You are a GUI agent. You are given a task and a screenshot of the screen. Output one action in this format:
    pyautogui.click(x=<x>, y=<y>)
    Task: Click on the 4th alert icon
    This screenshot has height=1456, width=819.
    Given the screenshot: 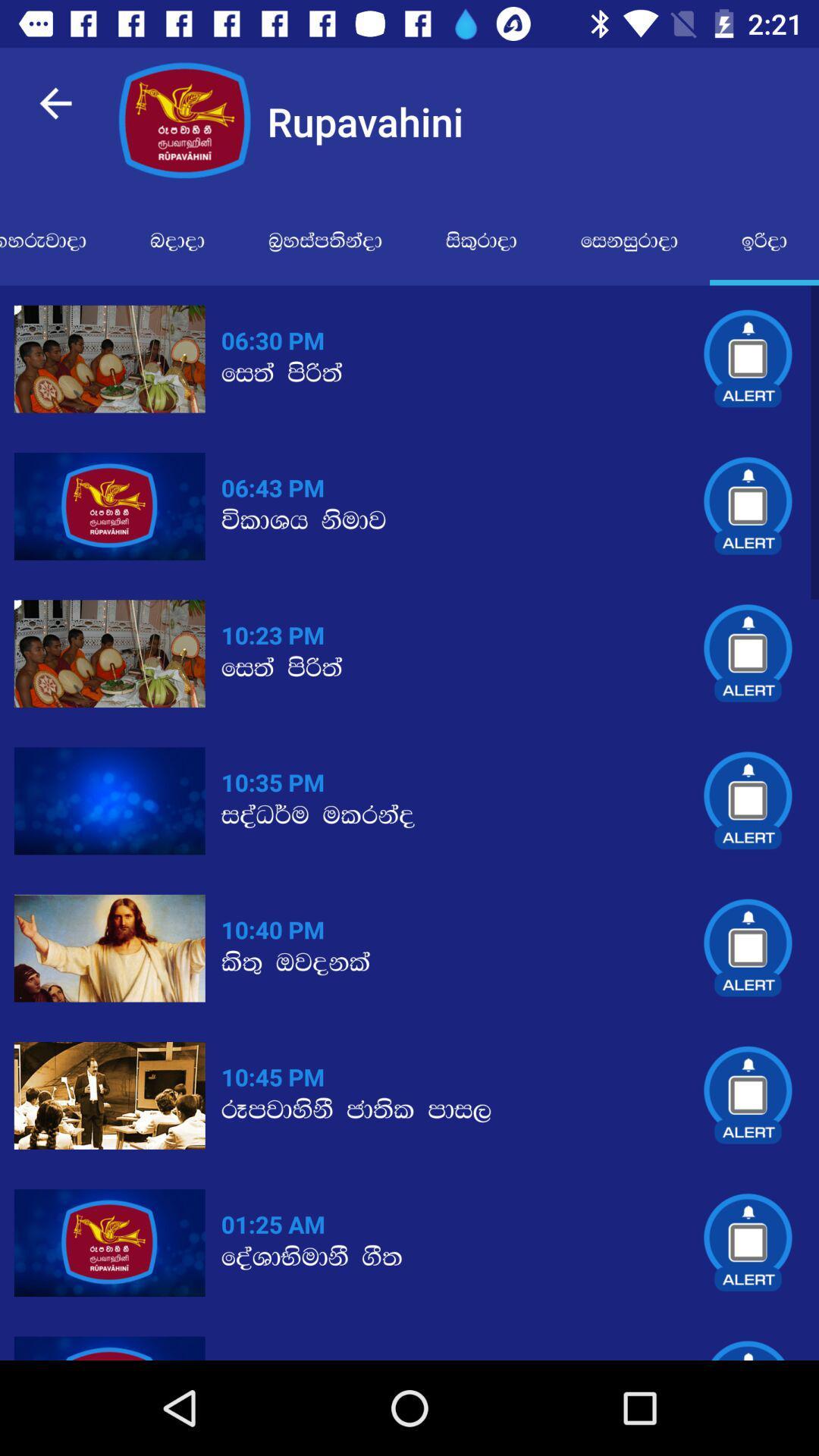 What is the action you would take?
    pyautogui.click(x=748, y=800)
    